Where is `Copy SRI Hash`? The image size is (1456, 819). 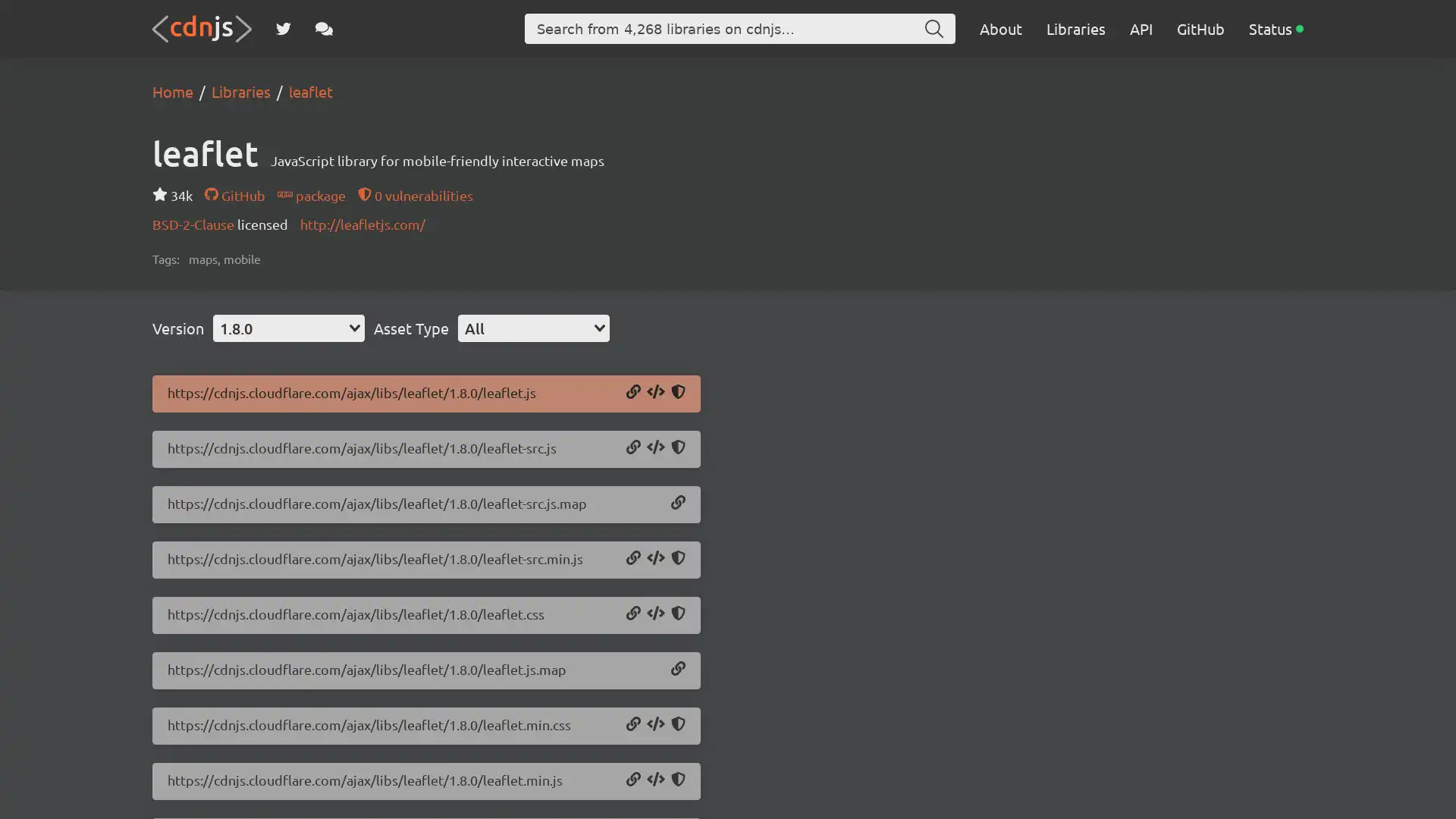
Copy SRI Hash is located at coordinates (677, 780).